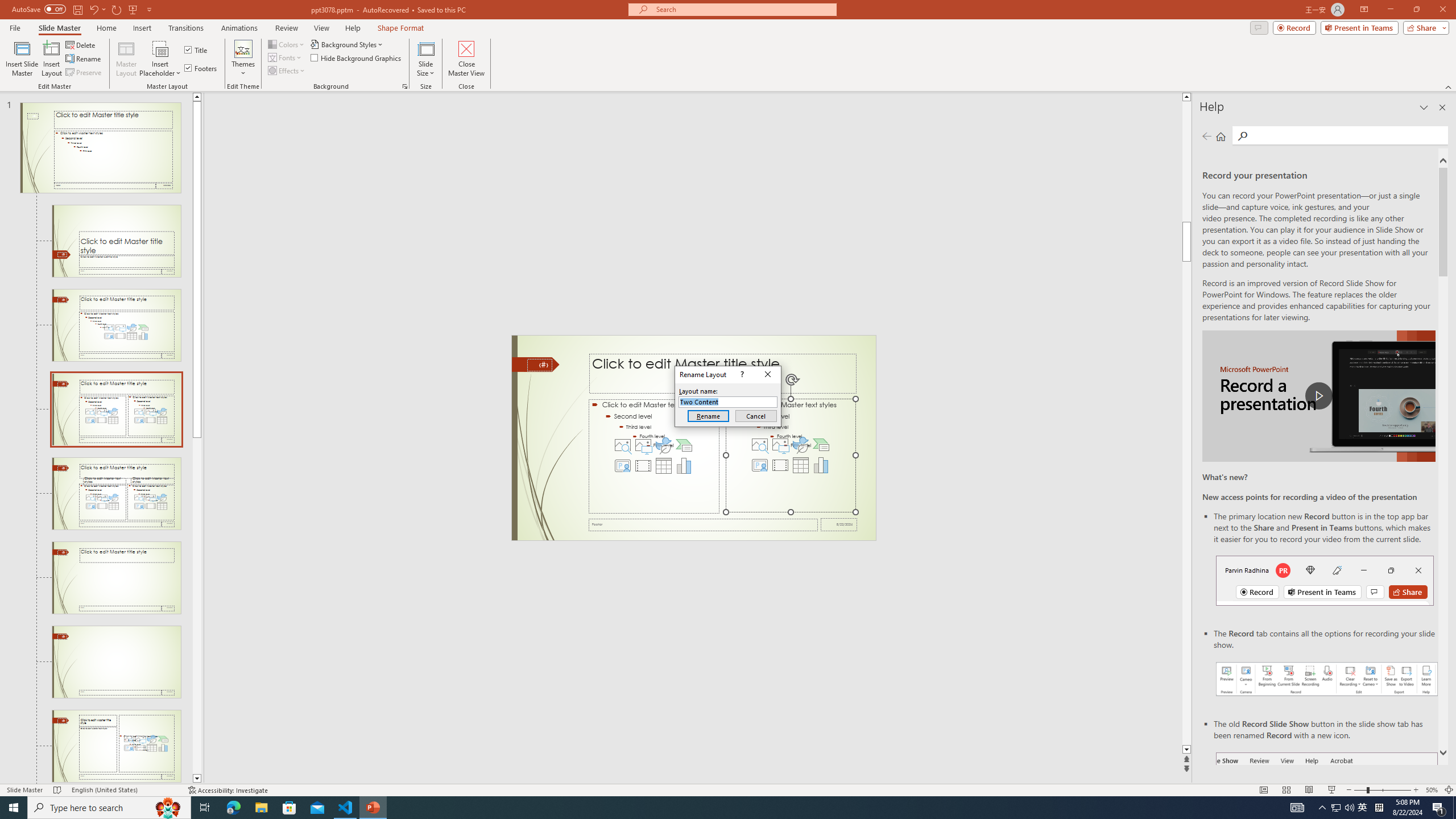 The height and width of the screenshot is (819, 1456). Describe the element at coordinates (535, 363) in the screenshot. I see `'Freeform 11'` at that location.